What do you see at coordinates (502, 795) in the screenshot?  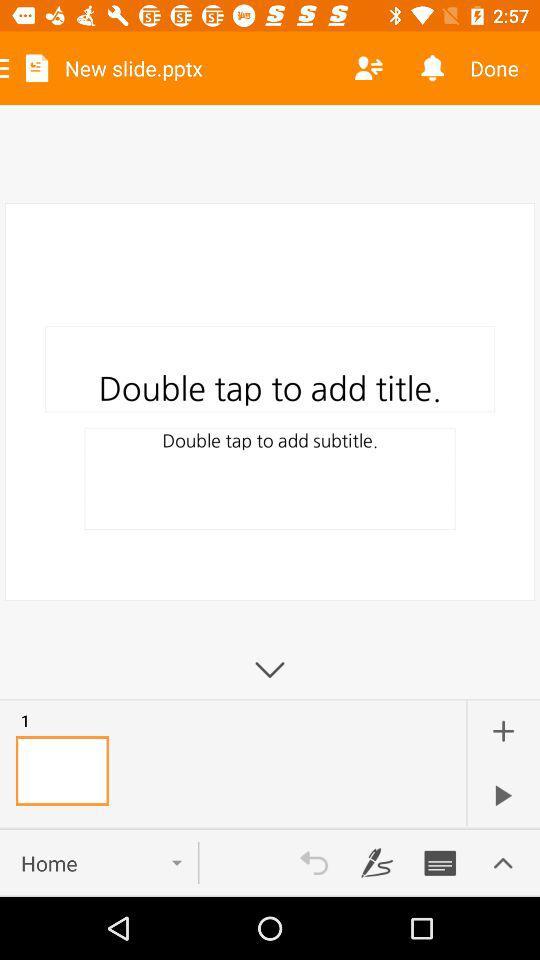 I see `the play icon` at bounding box center [502, 795].